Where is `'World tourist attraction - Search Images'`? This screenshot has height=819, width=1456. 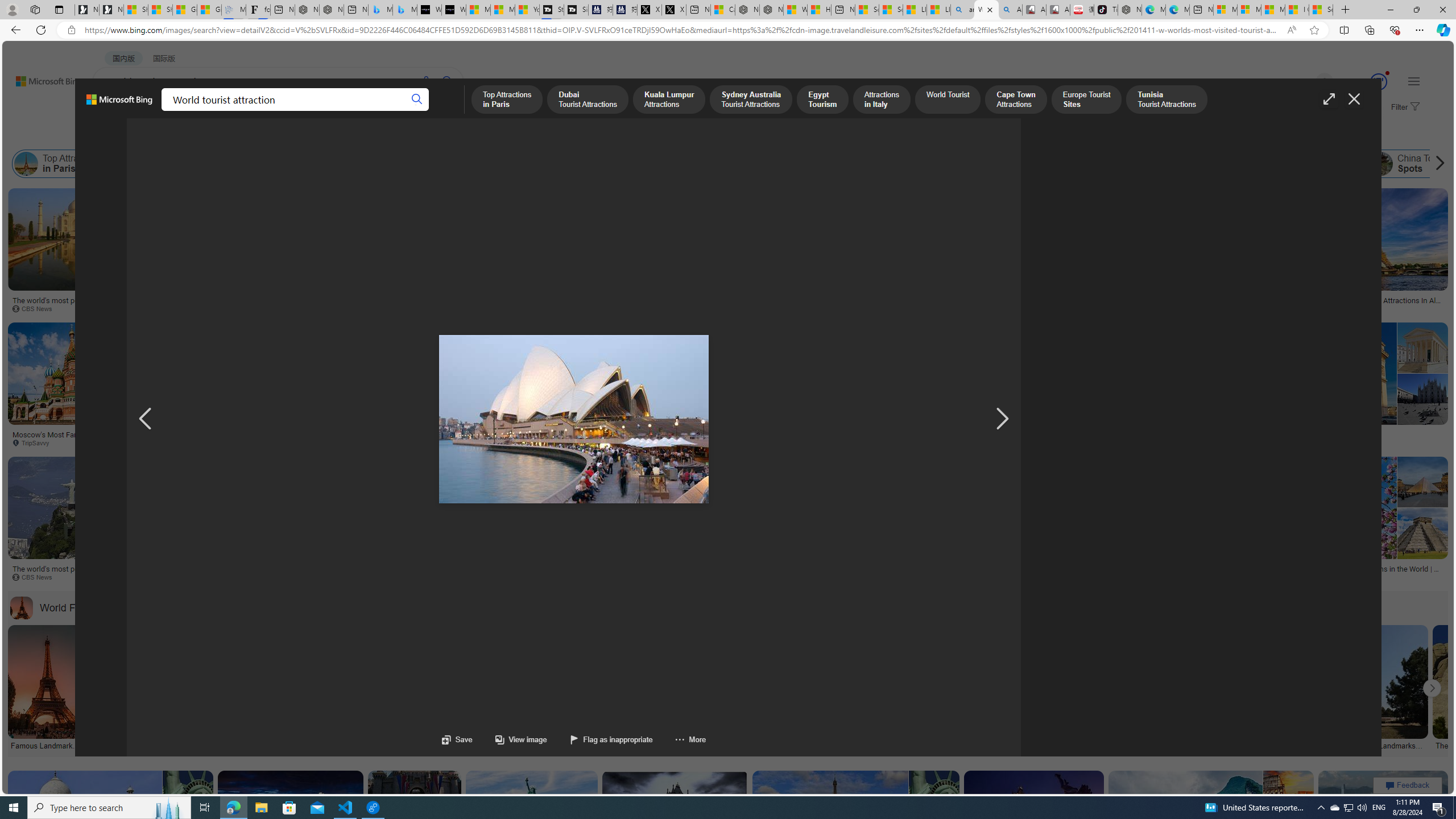
'World tourist attraction - Search Images' is located at coordinates (986, 9).